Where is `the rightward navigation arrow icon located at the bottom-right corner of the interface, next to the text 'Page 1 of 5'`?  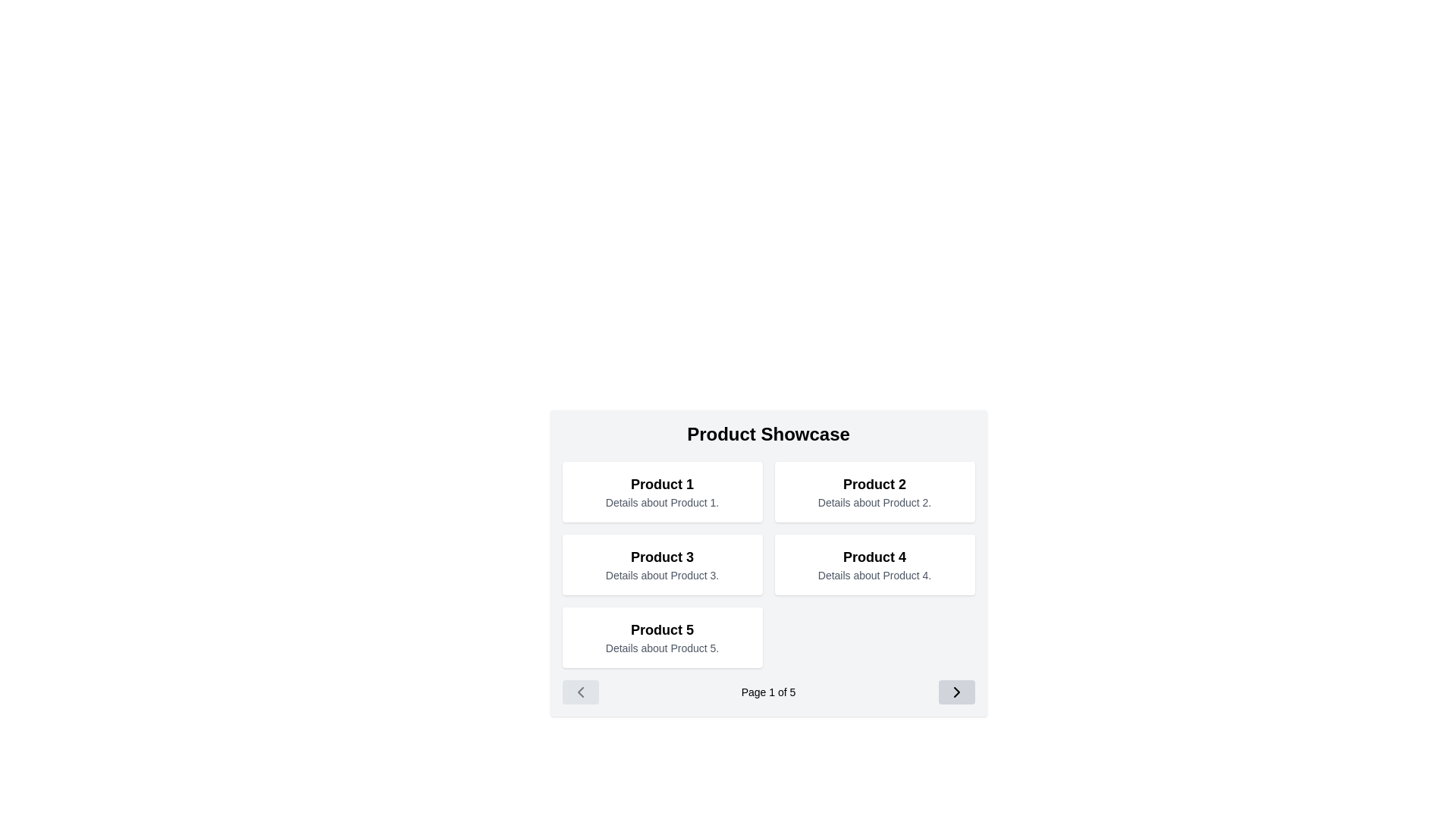
the rightward navigation arrow icon located at the bottom-right corner of the interface, next to the text 'Page 1 of 5' is located at coordinates (955, 692).